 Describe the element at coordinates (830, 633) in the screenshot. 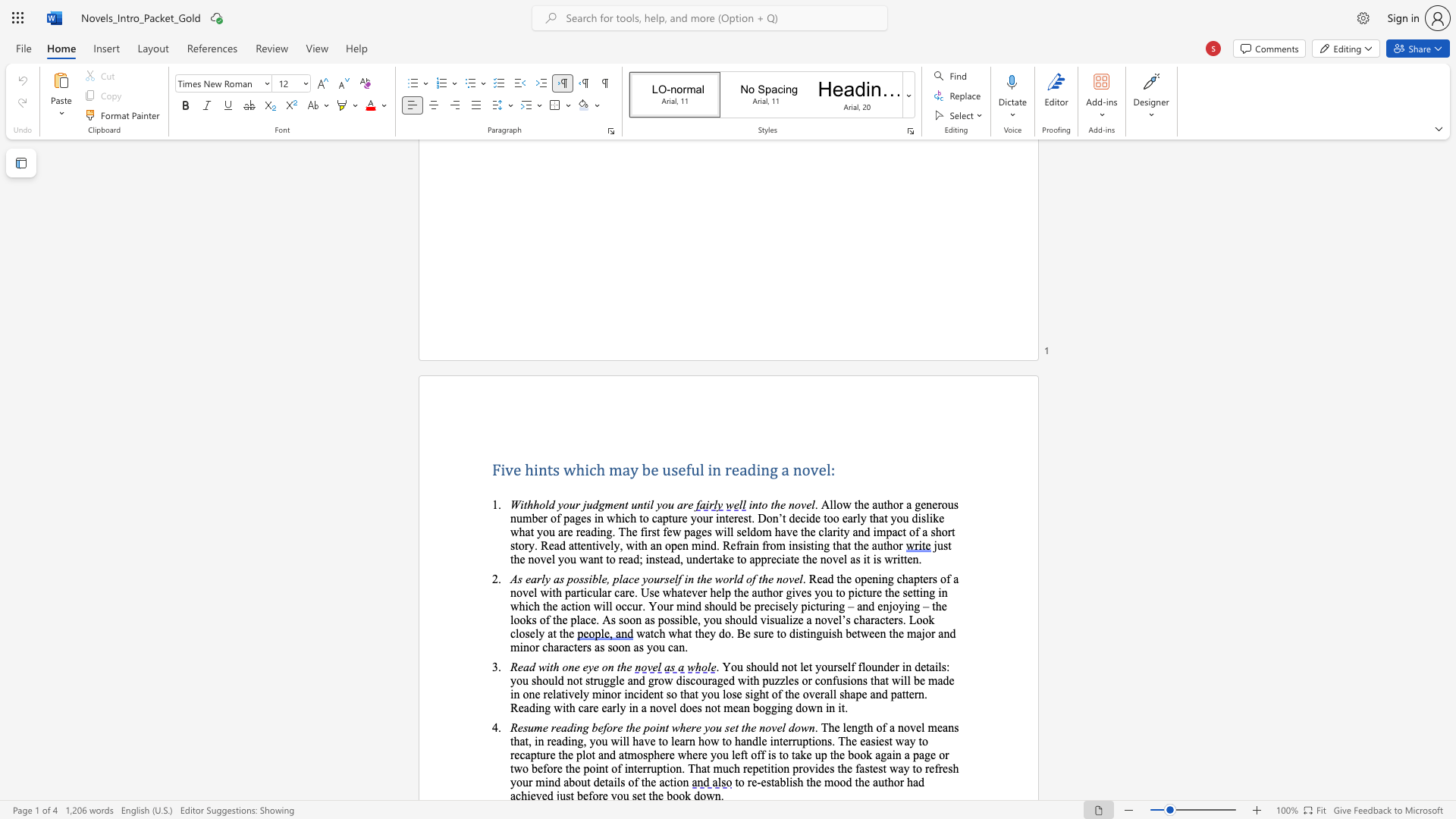

I see `the subset text "sh between the major and minor characters as soon a" within the text "watch what they do. Be sure to distinguish between the major and minor characters as soon as you can."` at that location.